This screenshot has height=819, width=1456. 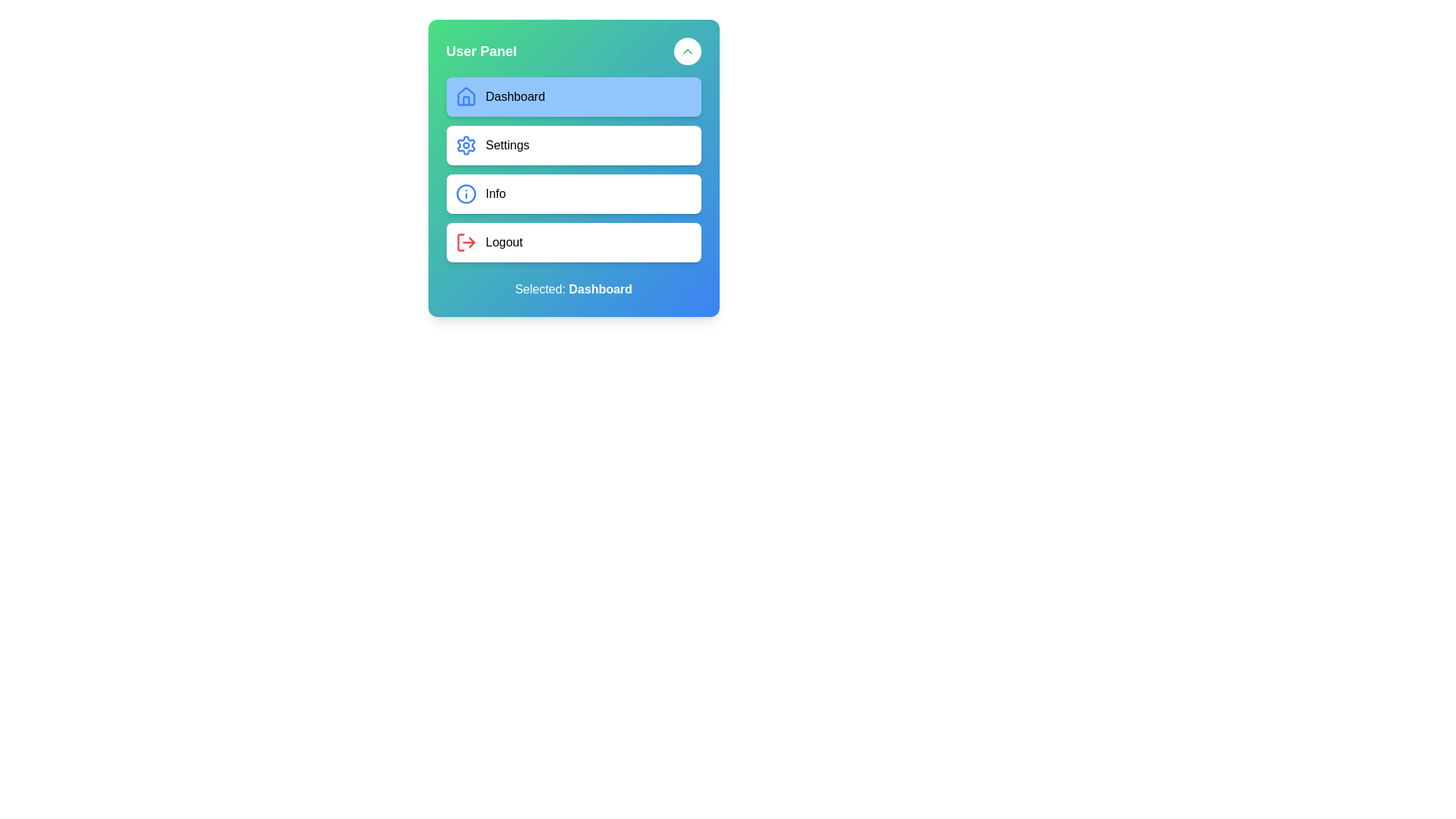 I want to click on the settings icon resembling a toothed gear, located in the second item of the vertical list within the 'Settings' button, so click(x=465, y=146).